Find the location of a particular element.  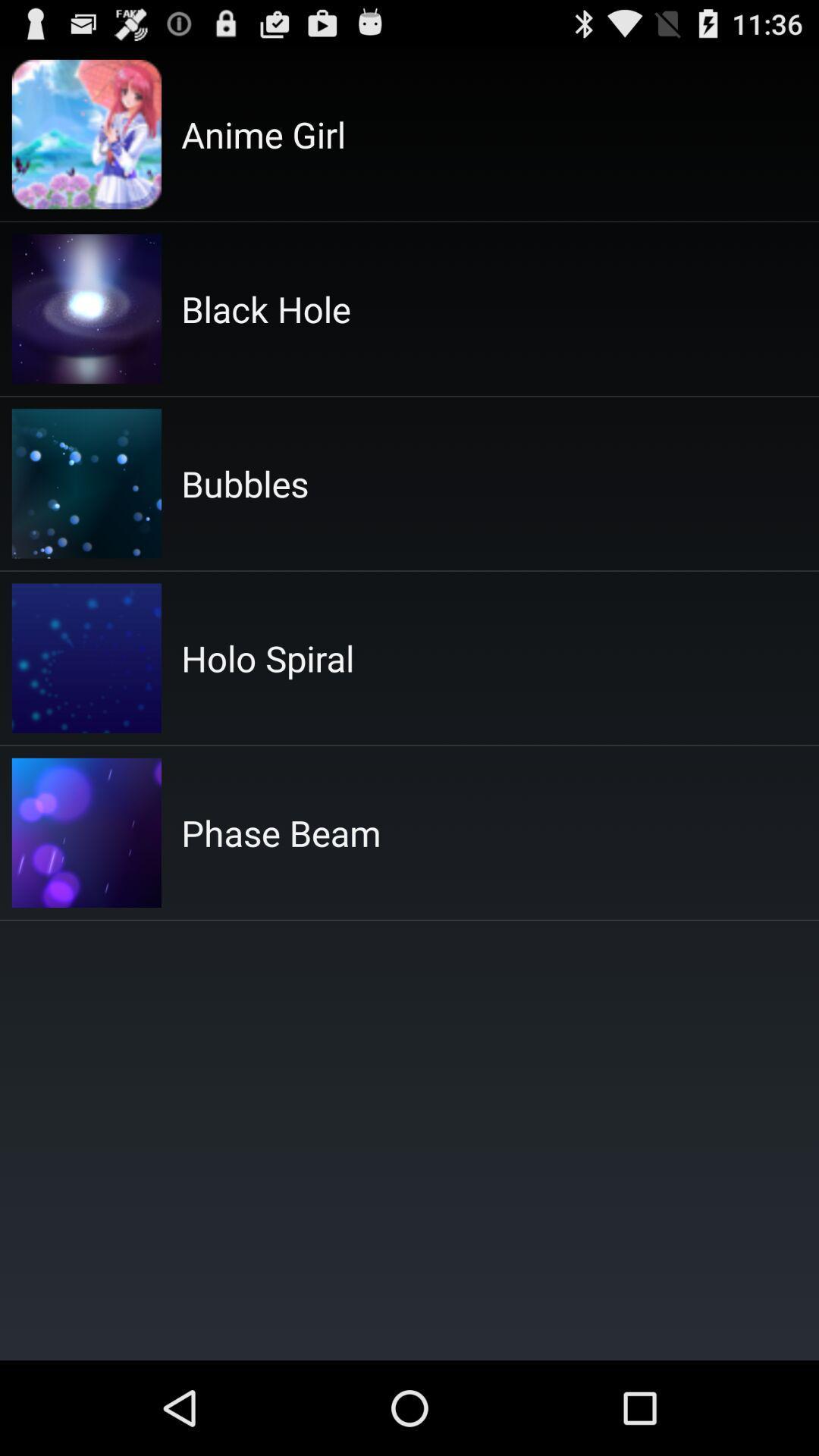

the phase beam icon is located at coordinates (281, 832).